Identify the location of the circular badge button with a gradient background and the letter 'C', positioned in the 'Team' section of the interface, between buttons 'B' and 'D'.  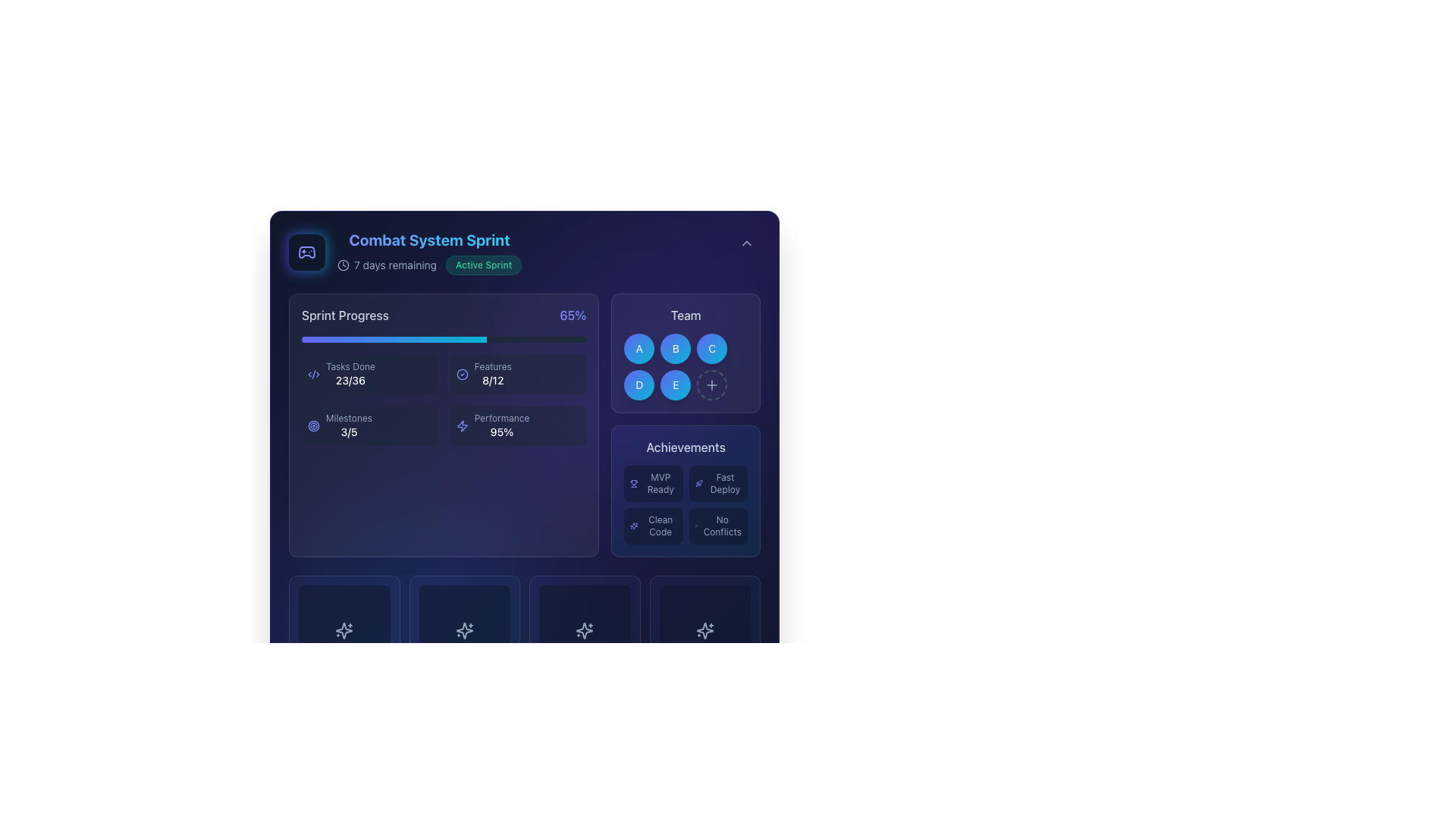
(711, 348).